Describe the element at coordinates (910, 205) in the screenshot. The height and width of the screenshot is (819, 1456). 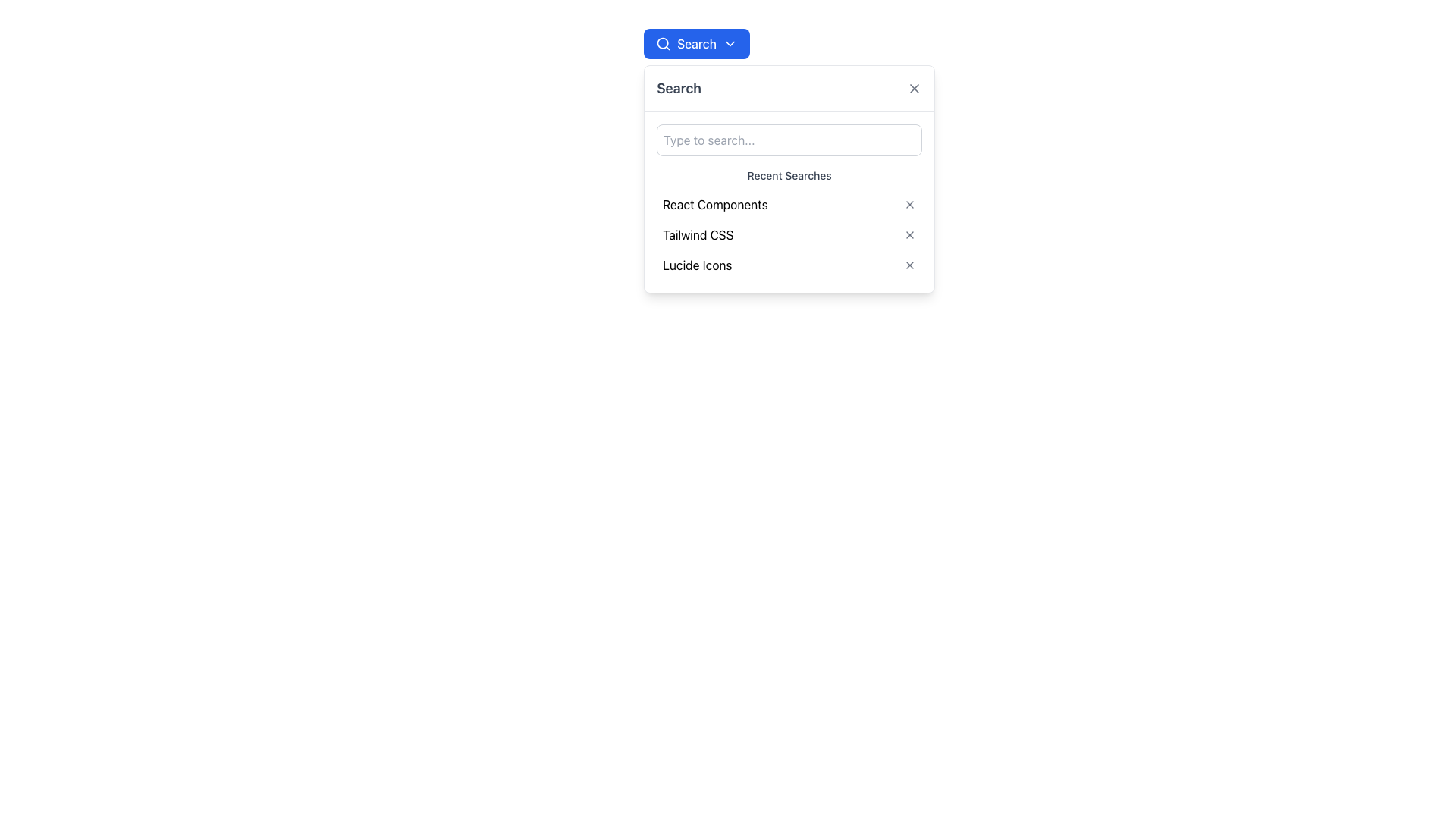
I see `the icon button located to the right of 'React Components' in the 'Recent Searches' list` at that location.